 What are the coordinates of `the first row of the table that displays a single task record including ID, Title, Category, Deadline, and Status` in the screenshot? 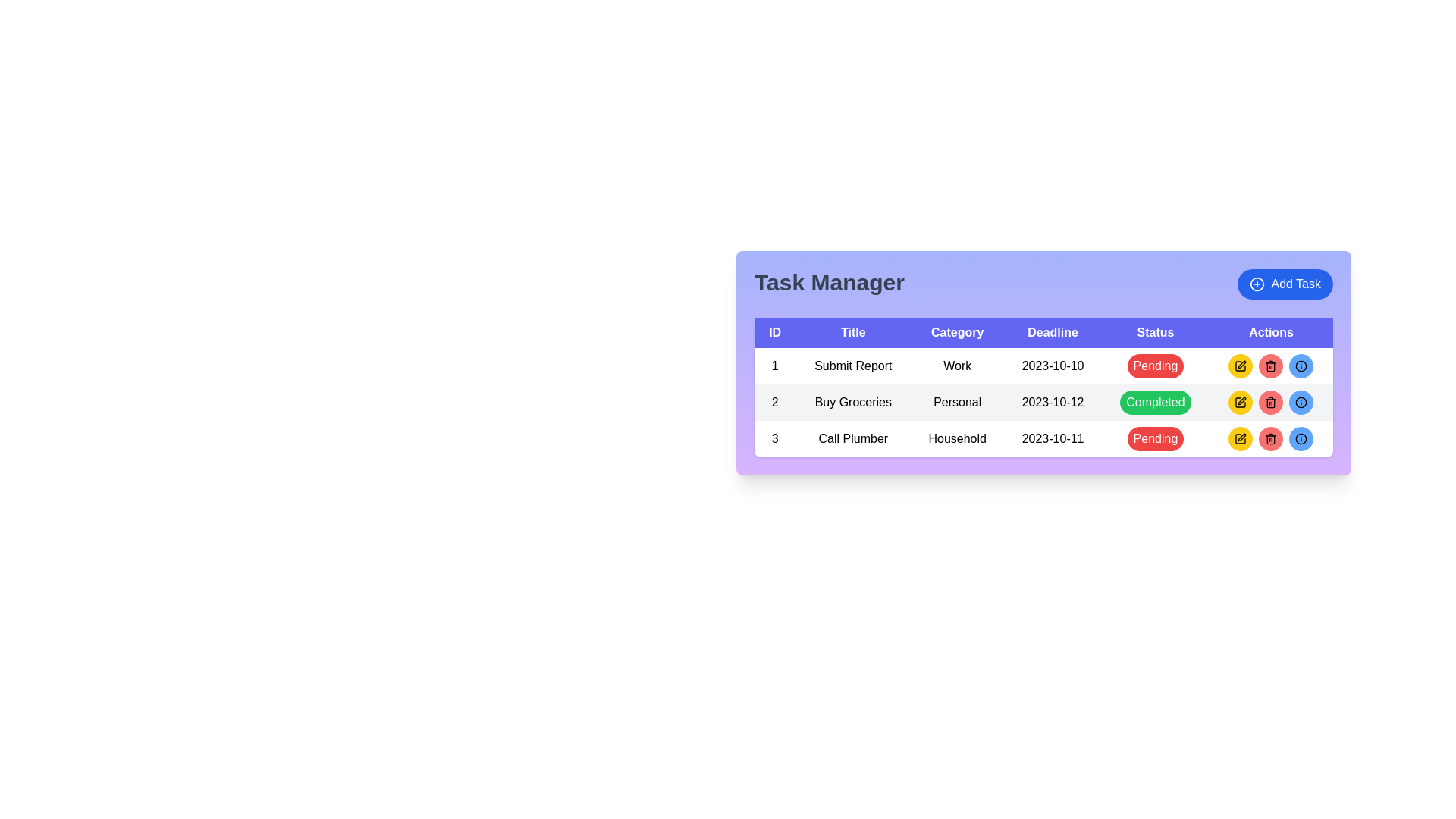 It's located at (1043, 366).